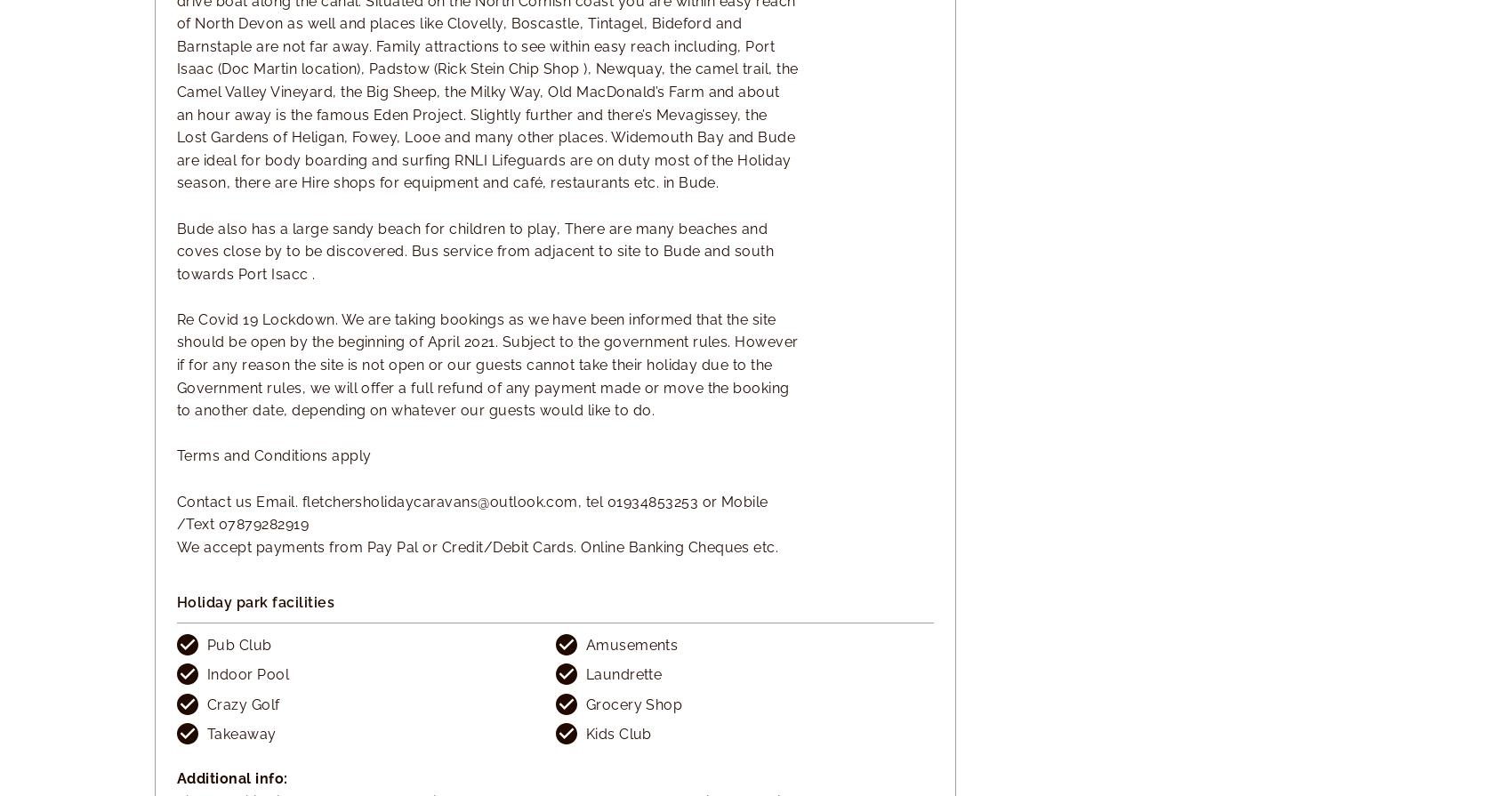 This screenshot has width=1512, height=796. Describe the element at coordinates (633, 703) in the screenshot. I see `'Grocery Shop'` at that location.